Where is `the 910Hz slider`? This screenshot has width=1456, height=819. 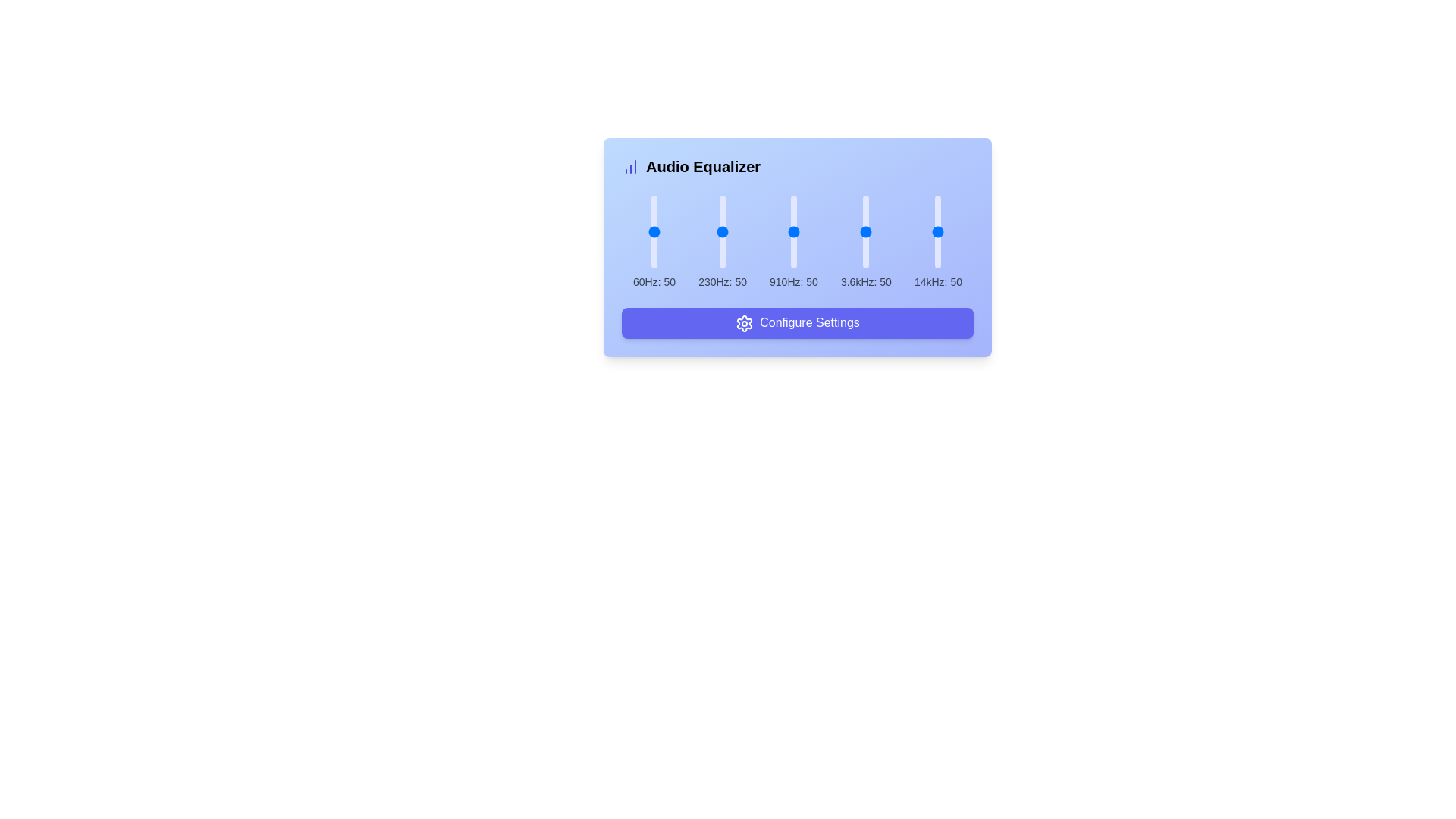
the 910Hz slider is located at coordinates (792, 251).